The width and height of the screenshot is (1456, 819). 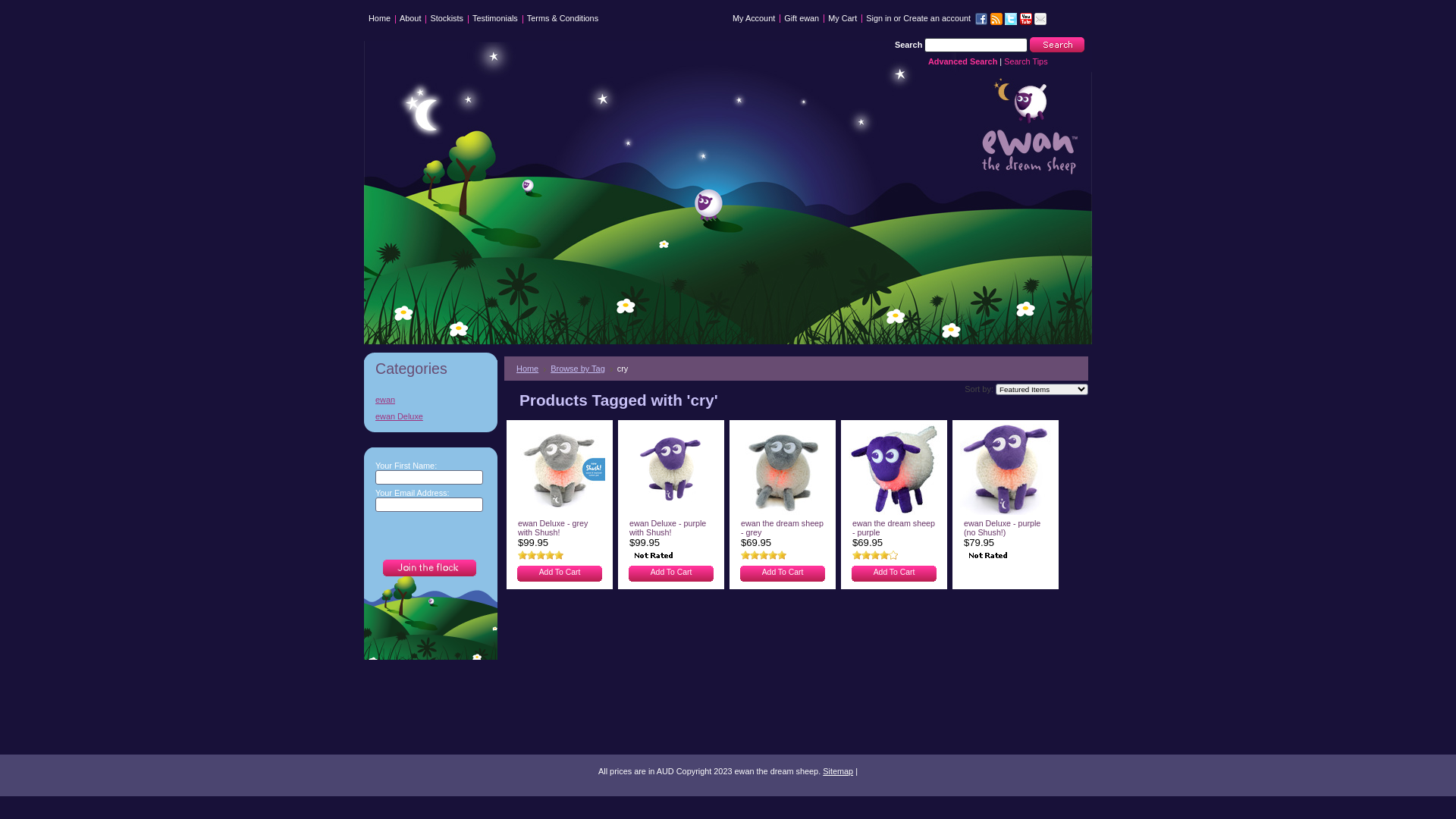 What do you see at coordinates (552, 528) in the screenshot?
I see `'ewan Deluxe - grey with Shush!'` at bounding box center [552, 528].